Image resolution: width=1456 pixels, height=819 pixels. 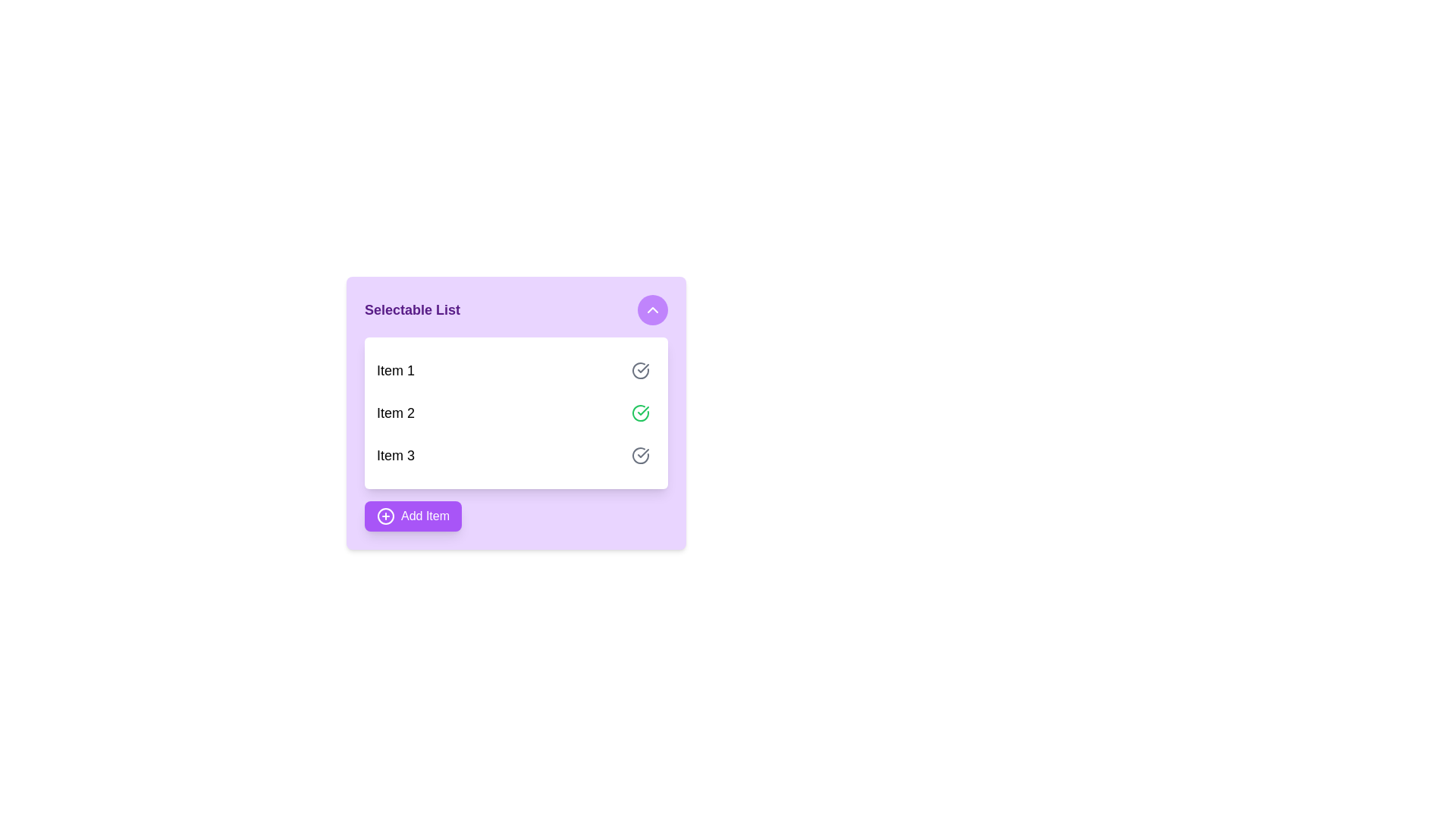 What do you see at coordinates (396, 371) in the screenshot?
I see `the text label displaying 'Item 1' in a bold font style, located at the top of a list within a purple box interface` at bounding box center [396, 371].